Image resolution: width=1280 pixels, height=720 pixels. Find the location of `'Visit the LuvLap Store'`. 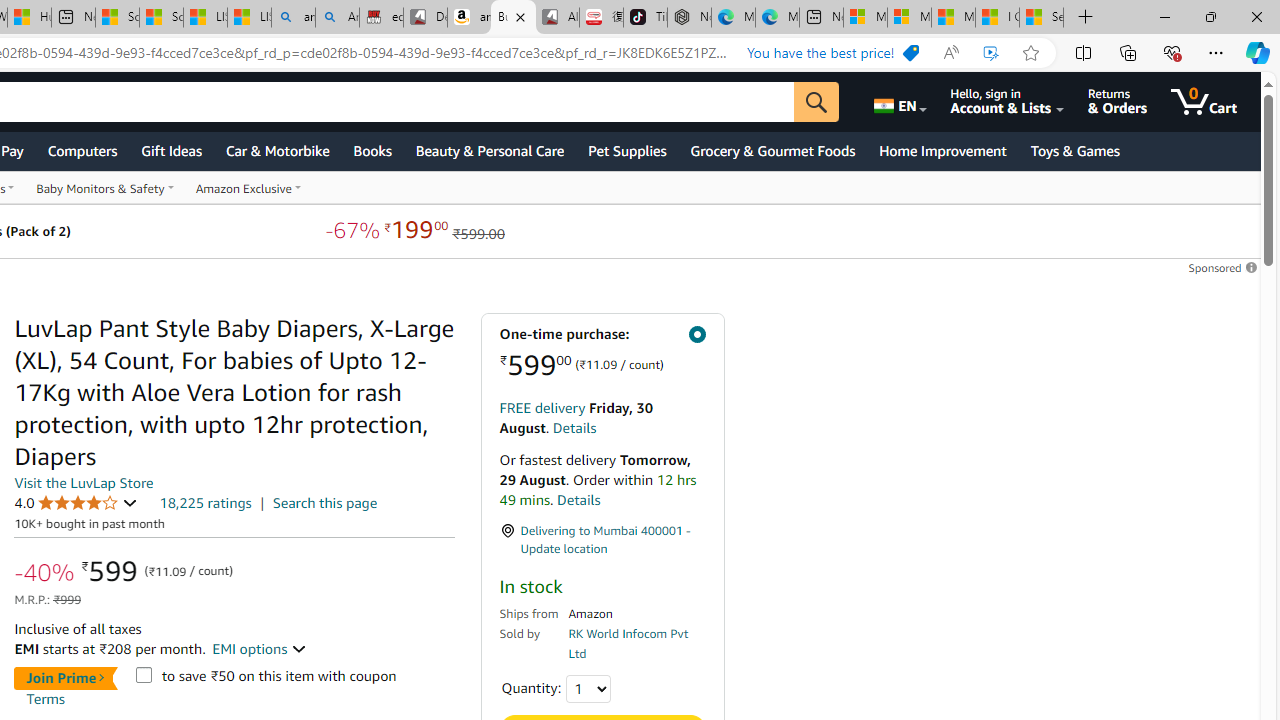

'Visit the LuvLap Store' is located at coordinates (82, 482).